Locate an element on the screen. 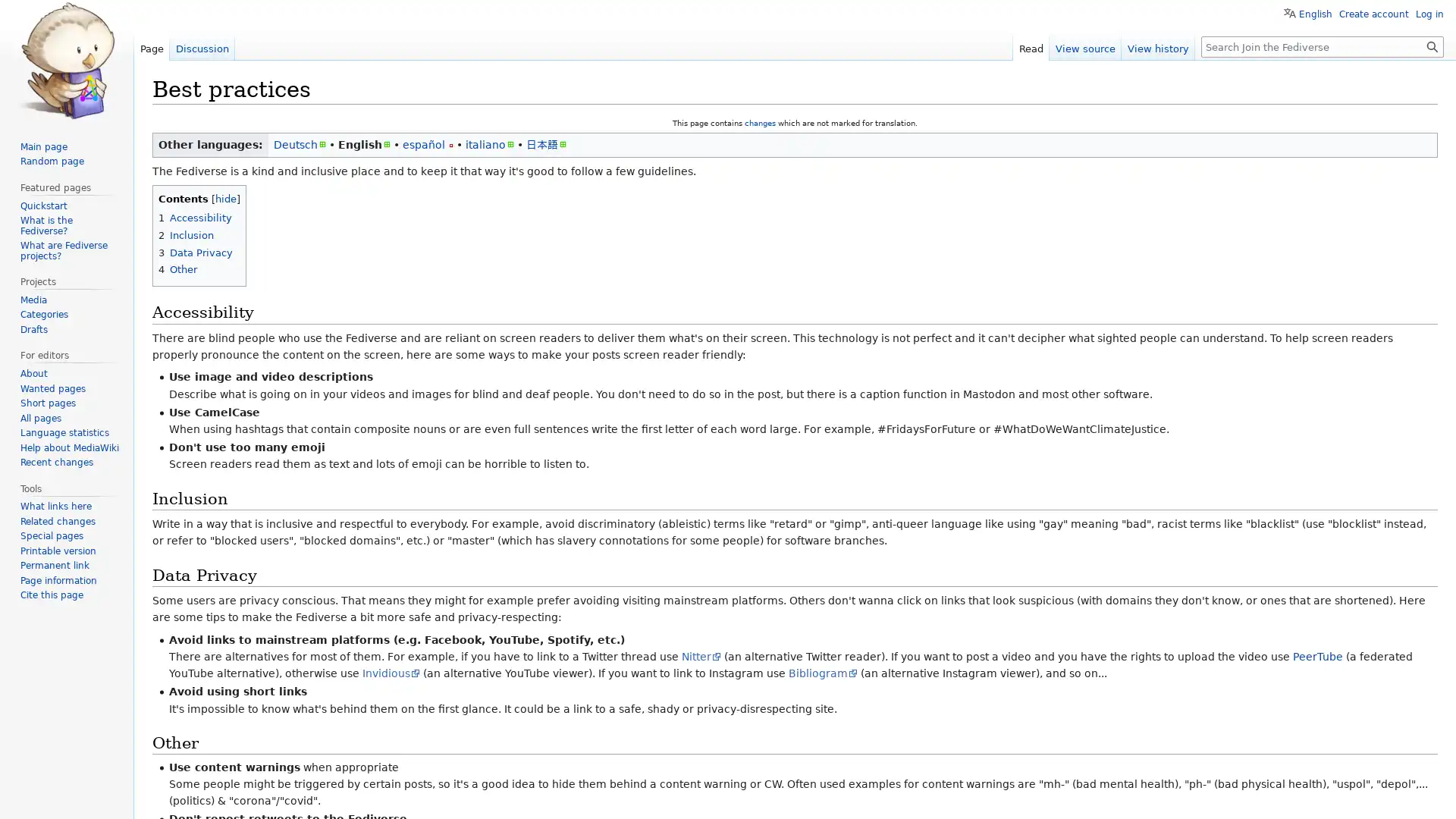  Search is located at coordinates (1432, 45).